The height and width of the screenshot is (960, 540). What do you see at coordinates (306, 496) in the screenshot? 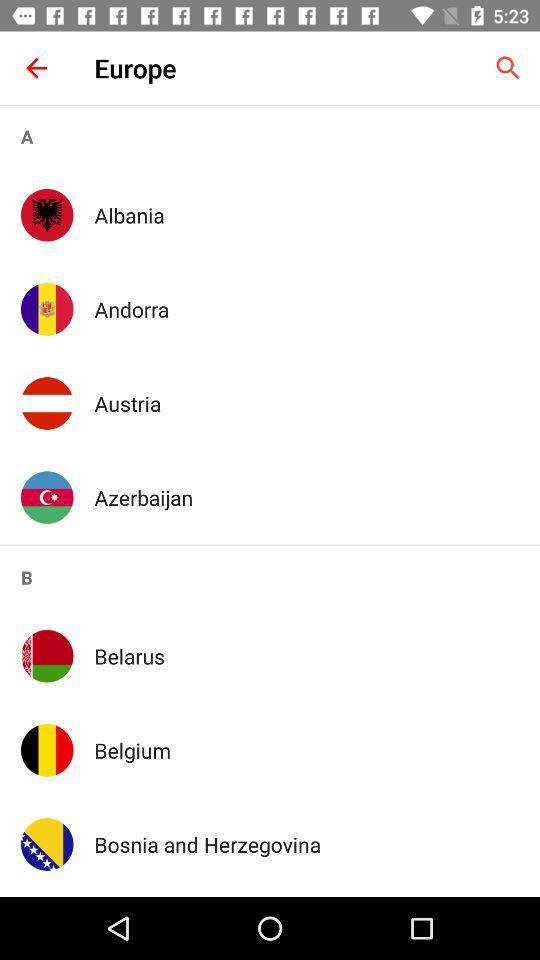
I see `azerbaijan app` at bounding box center [306, 496].